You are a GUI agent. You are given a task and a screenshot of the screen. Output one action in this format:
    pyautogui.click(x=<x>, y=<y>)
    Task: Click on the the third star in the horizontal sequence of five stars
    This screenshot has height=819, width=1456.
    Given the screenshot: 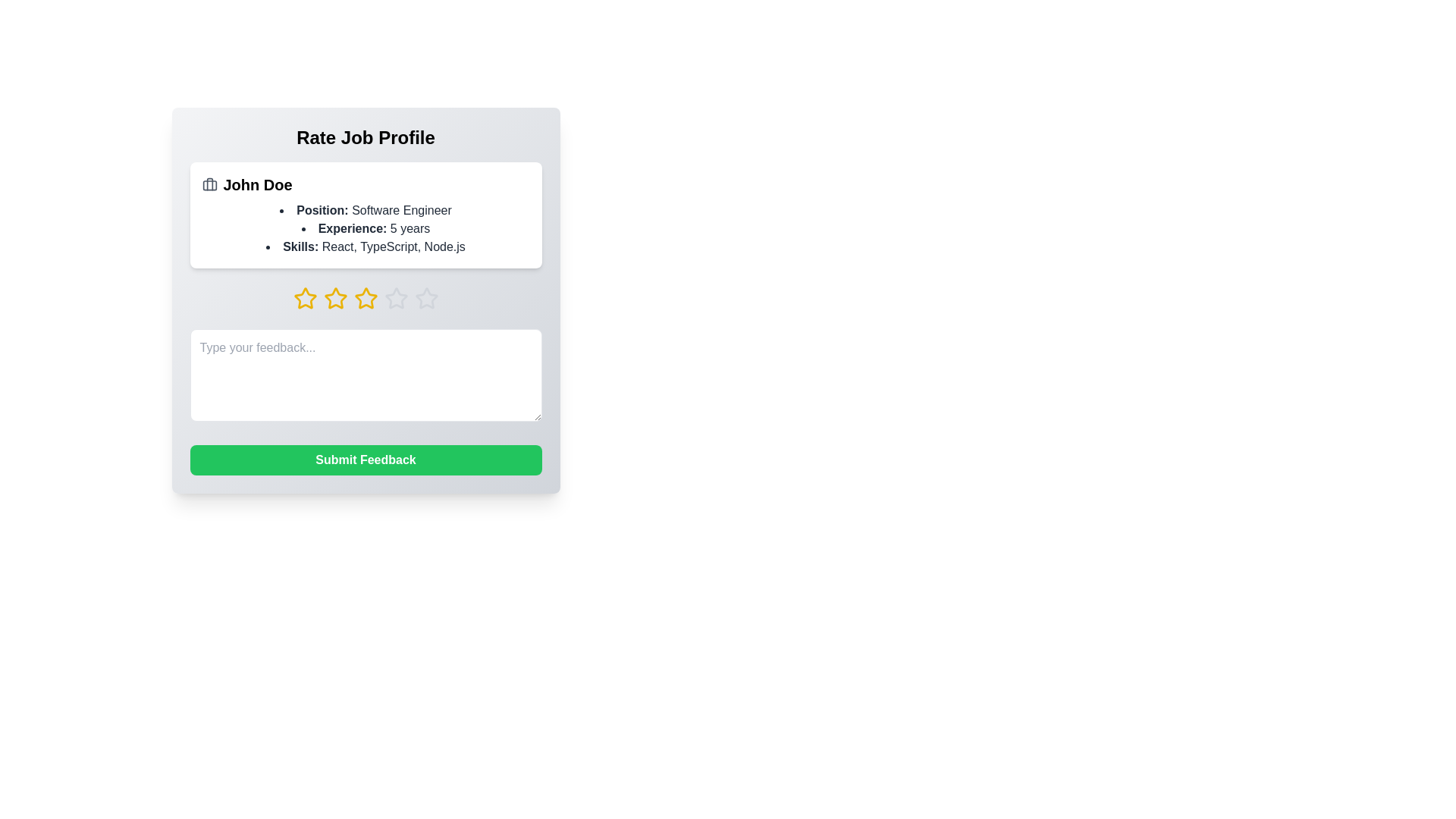 What is the action you would take?
    pyautogui.click(x=366, y=298)
    